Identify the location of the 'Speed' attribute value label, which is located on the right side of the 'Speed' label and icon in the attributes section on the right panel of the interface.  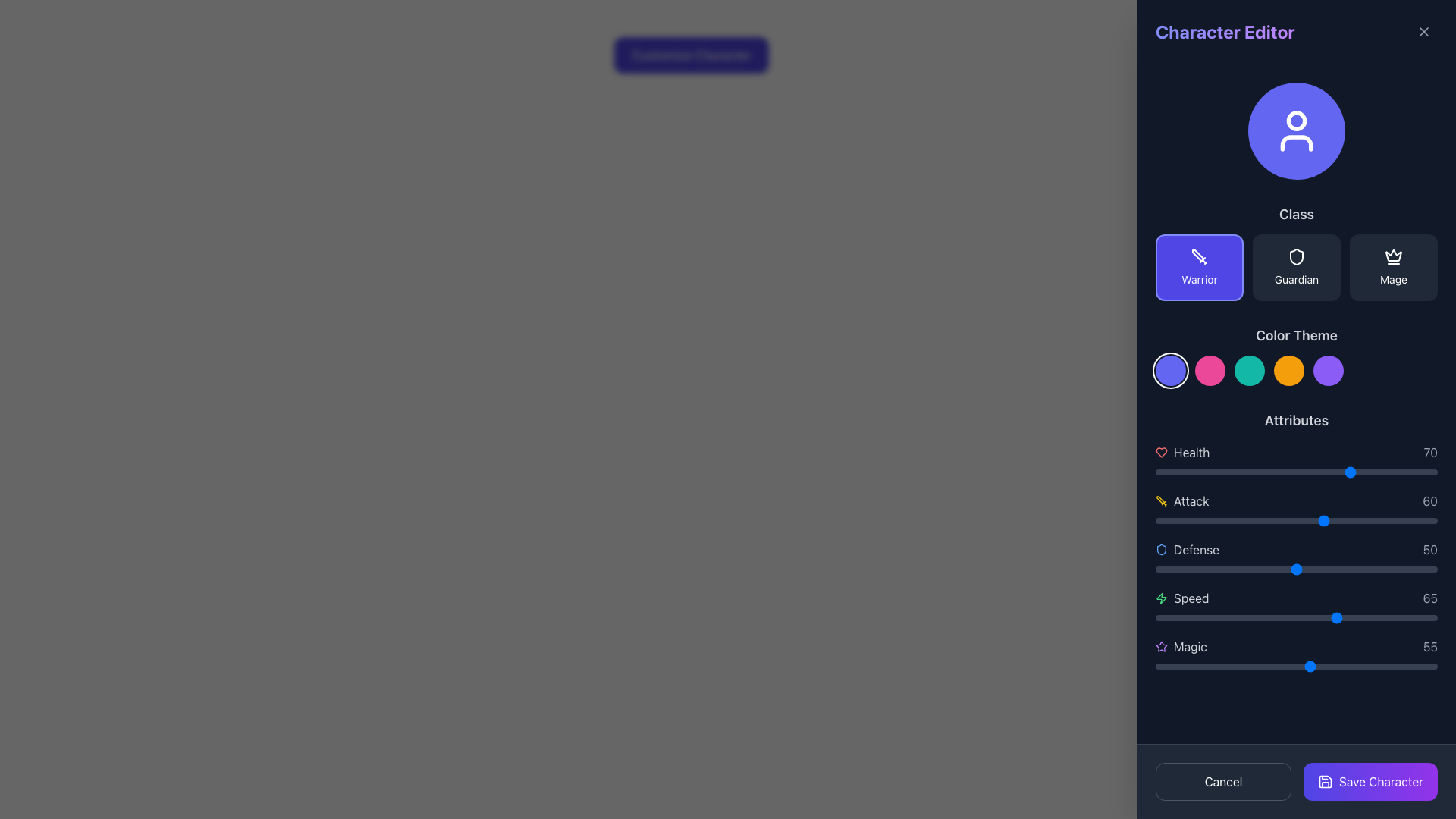
(1429, 598).